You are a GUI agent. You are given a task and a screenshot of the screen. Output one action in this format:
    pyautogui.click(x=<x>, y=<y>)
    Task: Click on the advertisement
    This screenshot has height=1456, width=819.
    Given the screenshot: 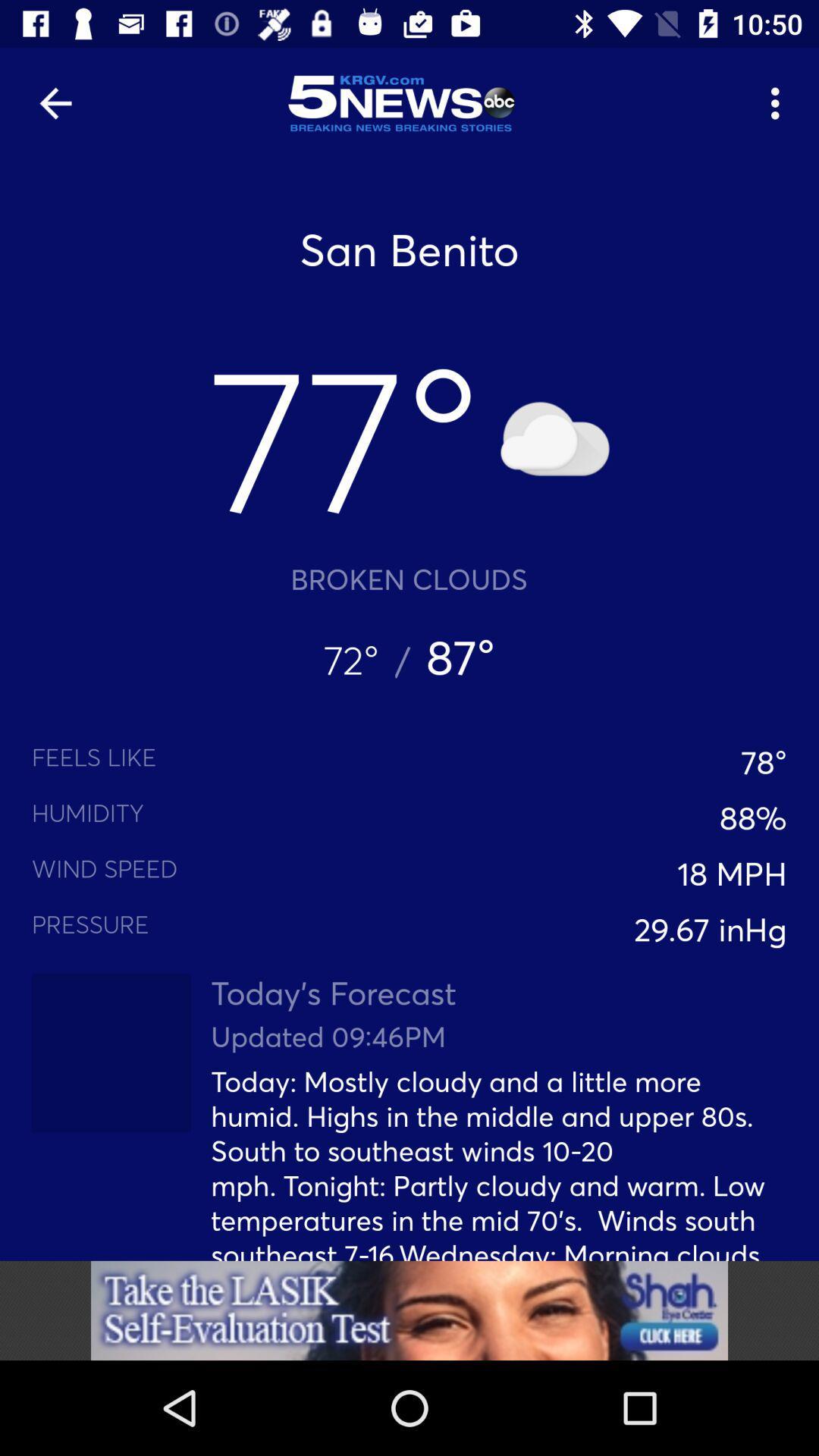 What is the action you would take?
    pyautogui.click(x=409, y=1310)
    